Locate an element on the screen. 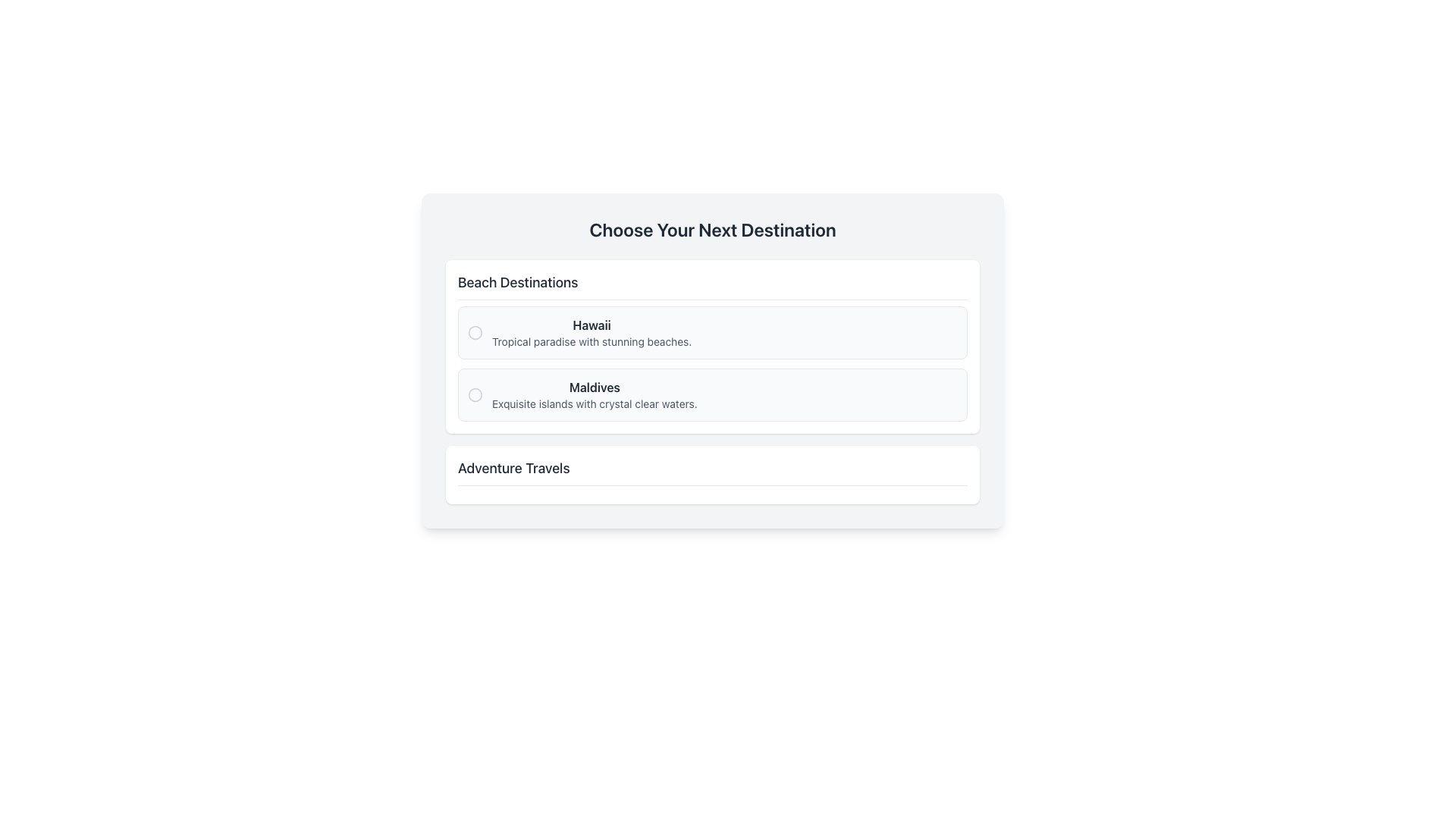 This screenshot has height=819, width=1456. the radio button indicator is located at coordinates (475, 332).